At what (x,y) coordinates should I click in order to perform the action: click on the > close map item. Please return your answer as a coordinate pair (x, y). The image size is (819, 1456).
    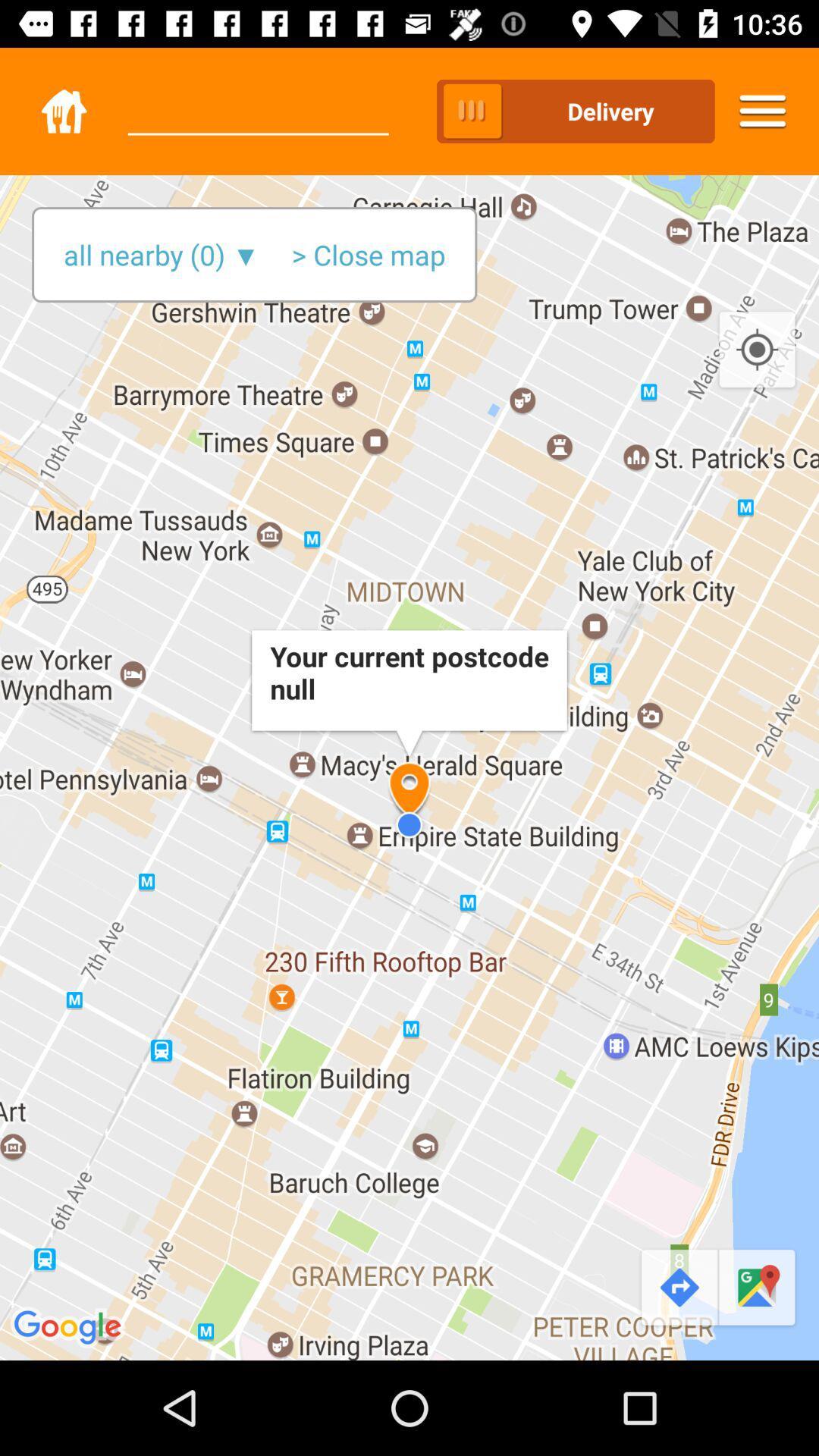
    Looking at the image, I should click on (369, 255).